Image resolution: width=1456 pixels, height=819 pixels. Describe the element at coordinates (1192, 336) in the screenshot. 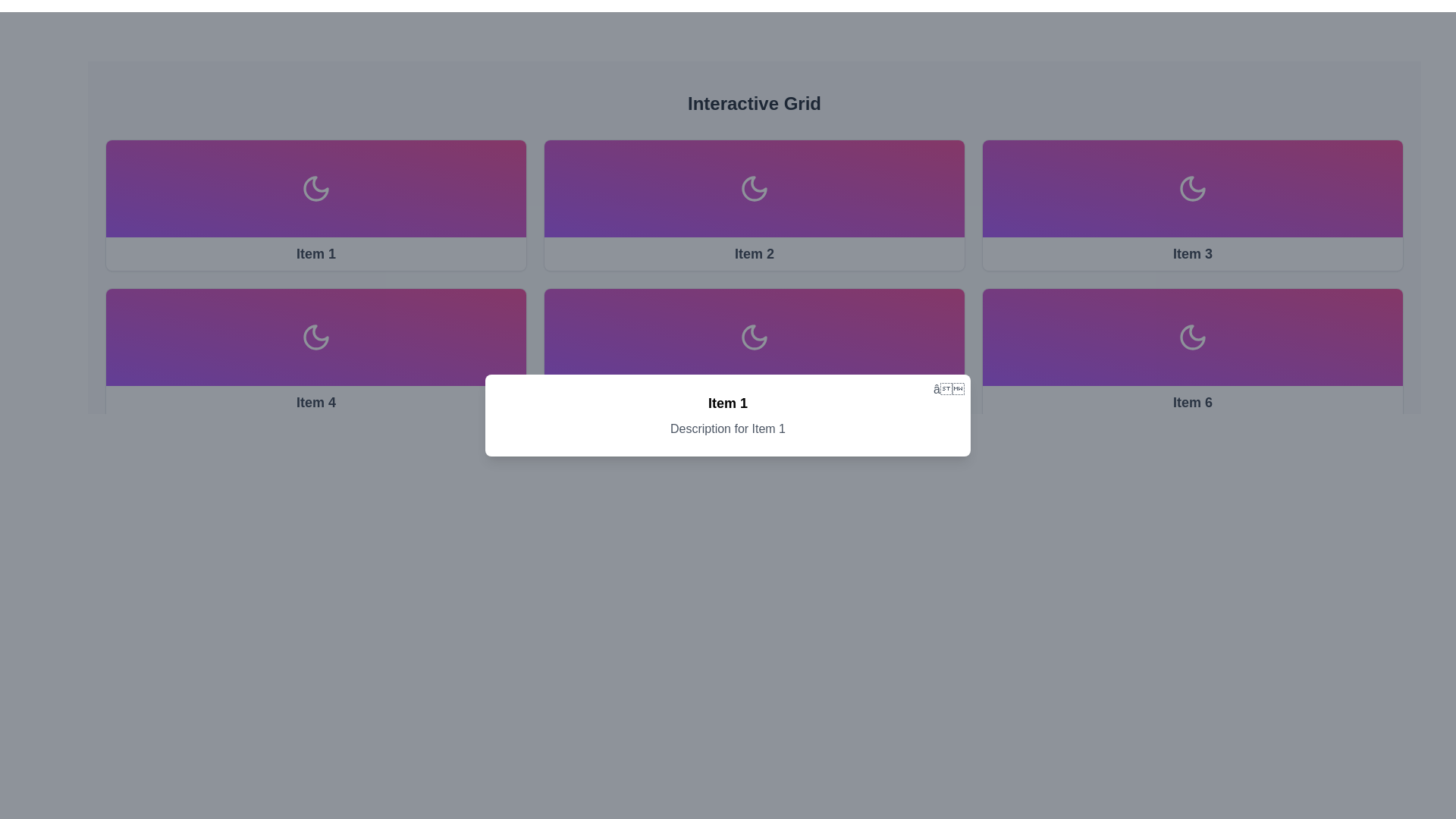

I see `the nighttime-themed icon located in the bottom-right corner of the 'Item 6' card within a 2x3 grid` at that location.